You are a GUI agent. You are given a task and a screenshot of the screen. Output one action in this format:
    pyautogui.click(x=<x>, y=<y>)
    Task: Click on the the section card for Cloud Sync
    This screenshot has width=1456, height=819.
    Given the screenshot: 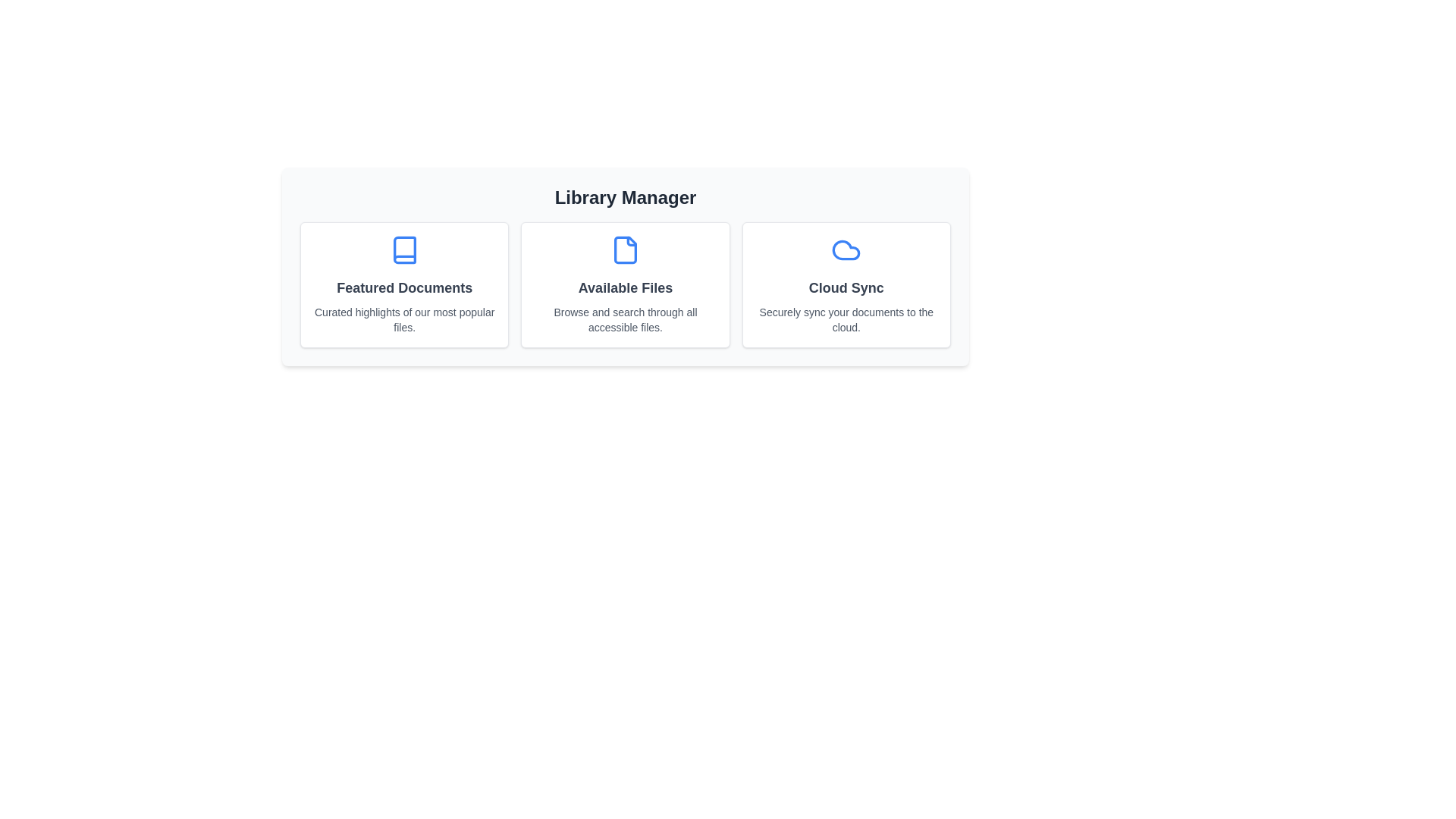 What is the action you would take?
    pyautogui.click(x=846, y=284)
    